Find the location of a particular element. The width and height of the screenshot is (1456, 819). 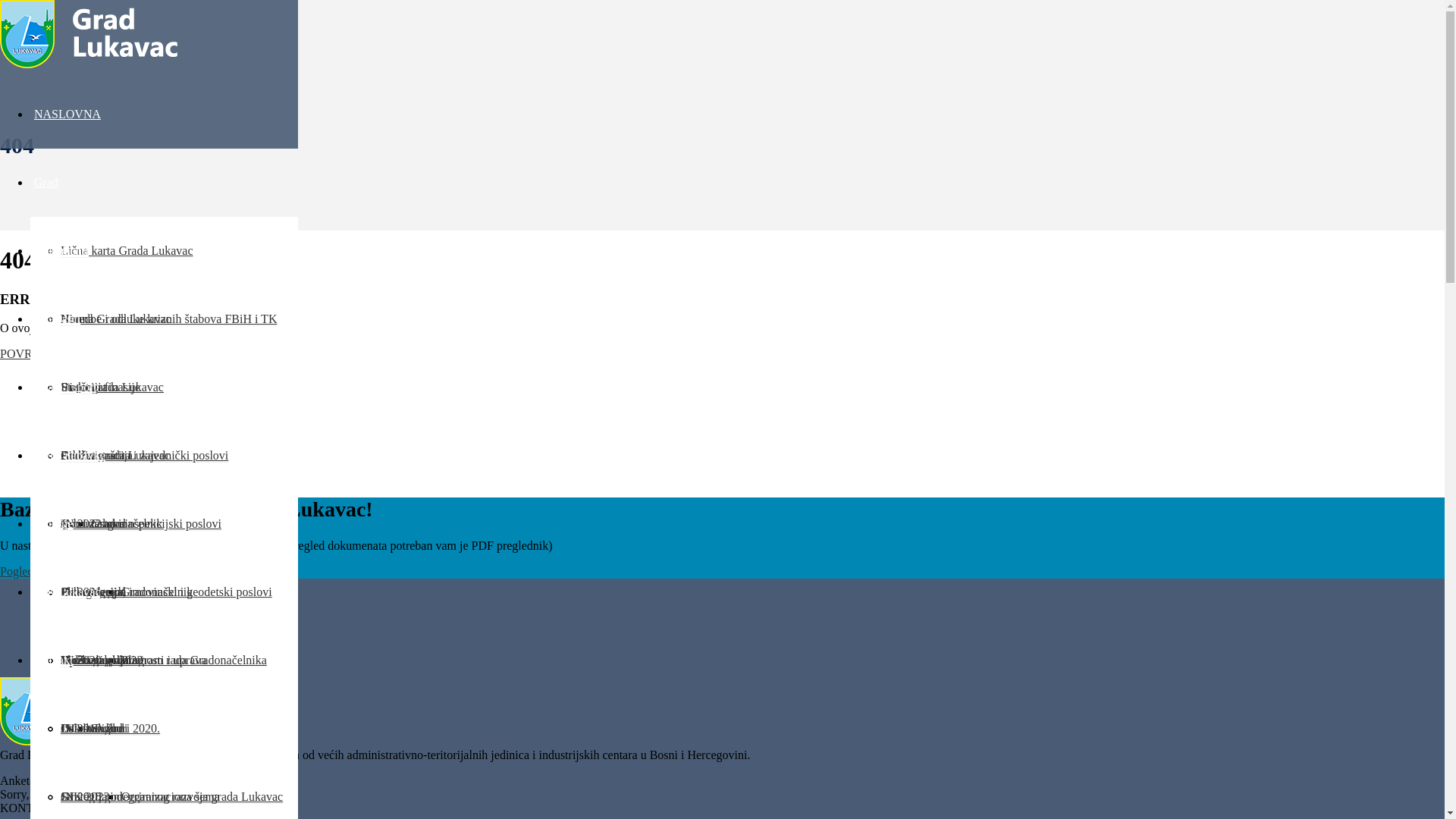

'POVRATAK NA NASLOVNU' is located at coordinates (75, 353).